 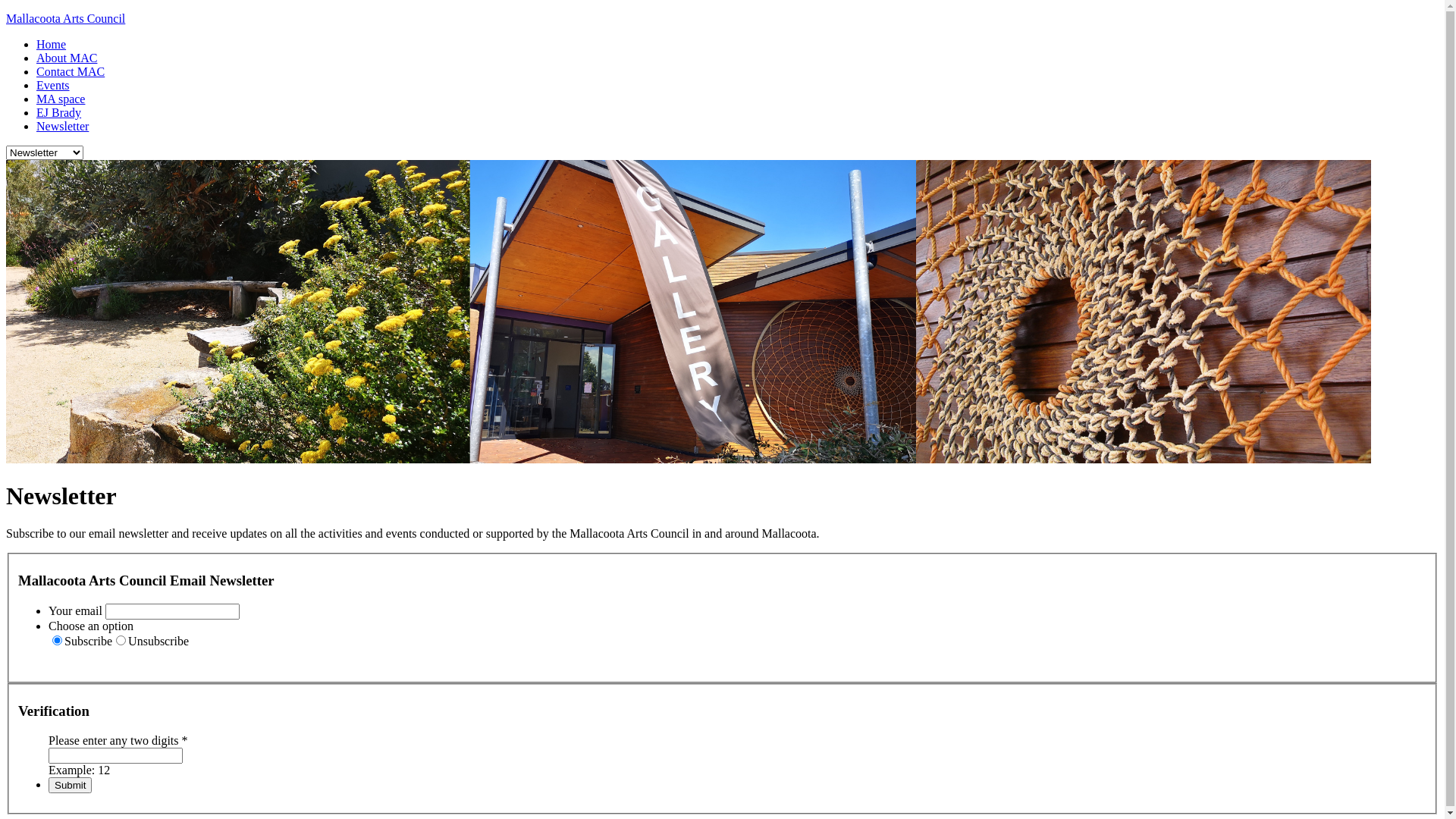 What do you see at coordinates (65, 57) in the screenshot?
I see `'About MAC'` at bounding box center [65, 57].